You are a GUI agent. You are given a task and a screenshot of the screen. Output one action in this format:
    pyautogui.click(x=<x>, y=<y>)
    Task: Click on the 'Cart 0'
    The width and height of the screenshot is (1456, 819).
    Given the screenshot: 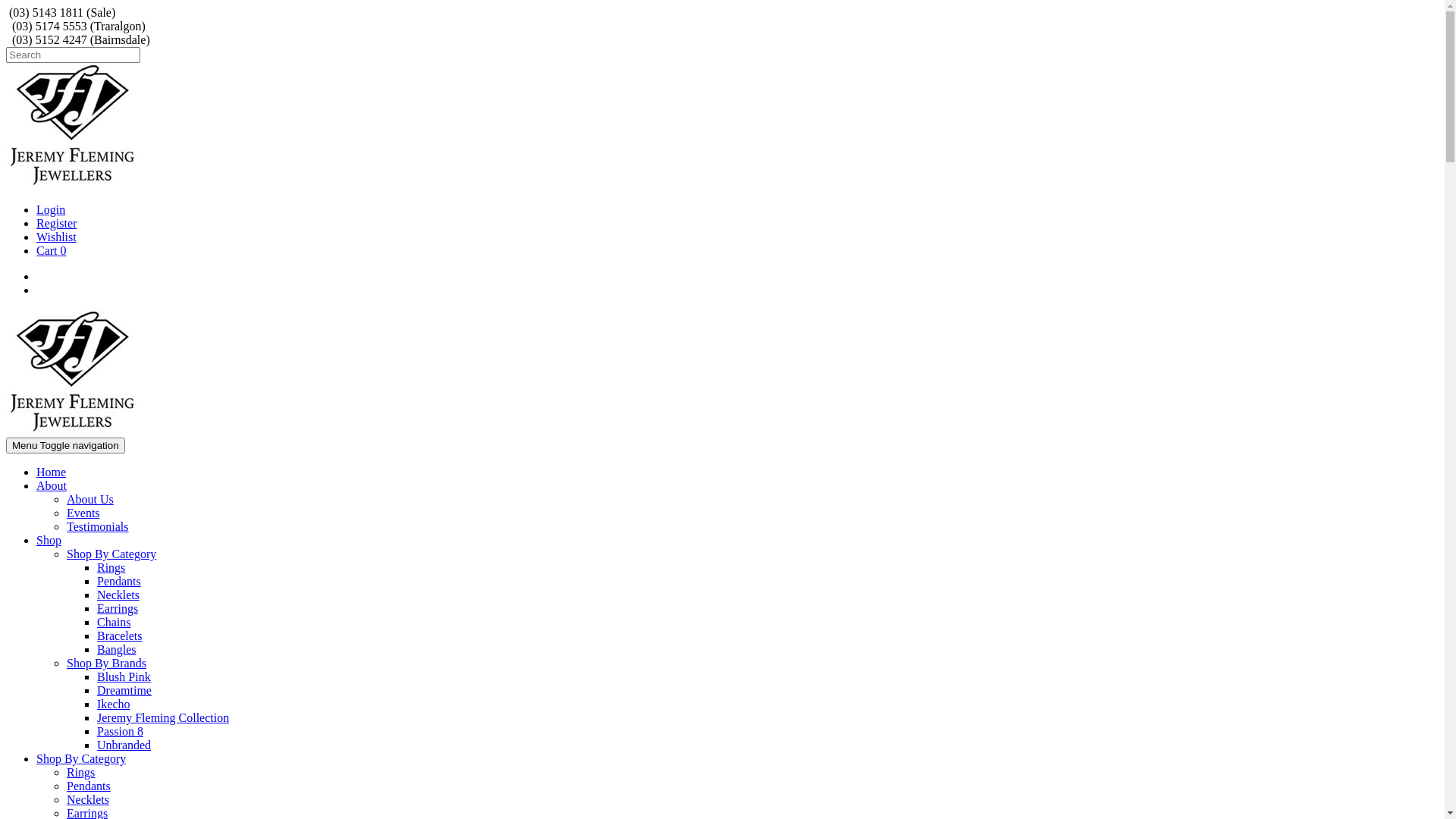 What is the action you would take?
    pyautogui.click(x=51, y=249)
    